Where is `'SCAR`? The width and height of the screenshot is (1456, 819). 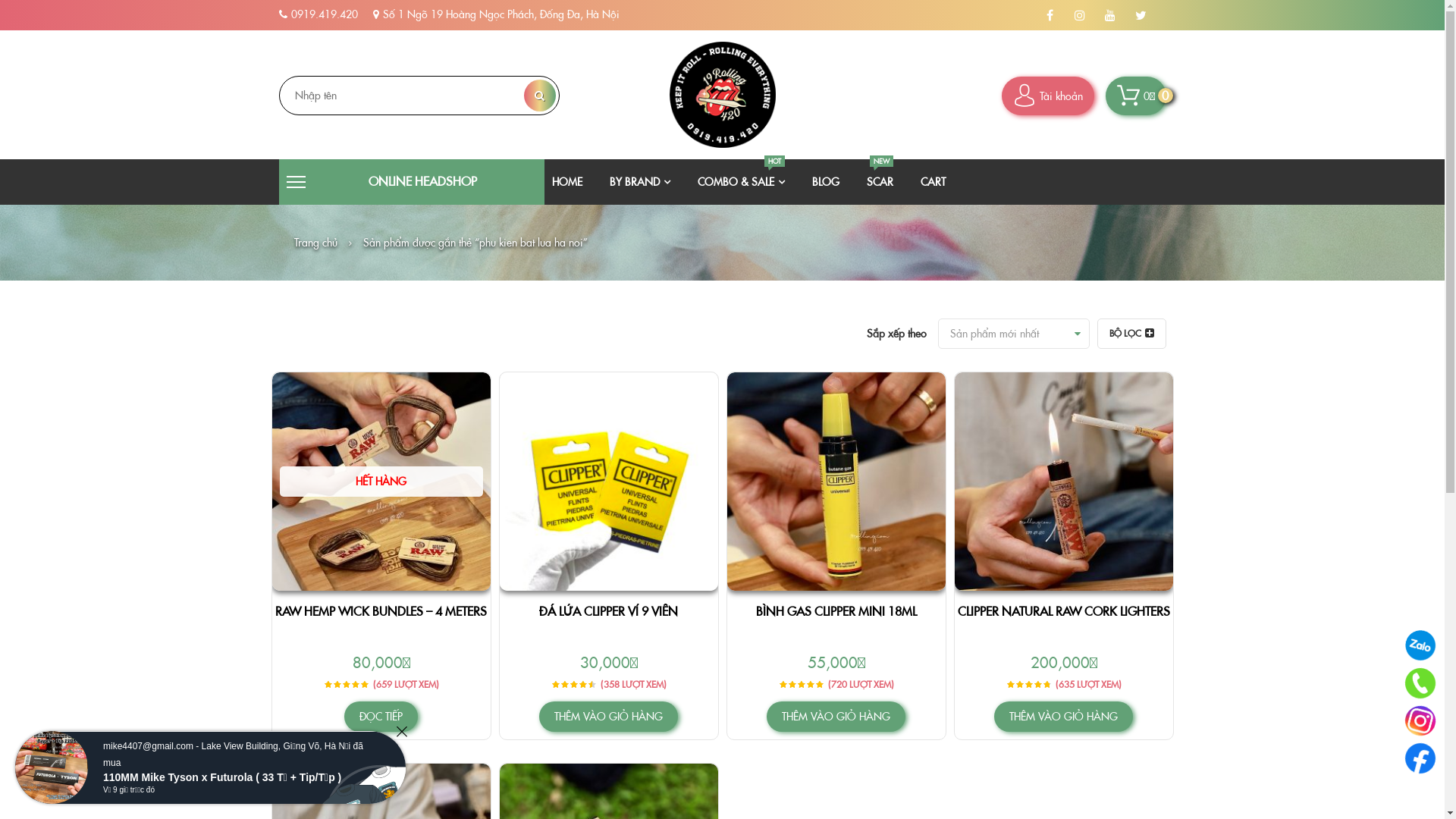
'SCAR is located at coordinates (880, 180).